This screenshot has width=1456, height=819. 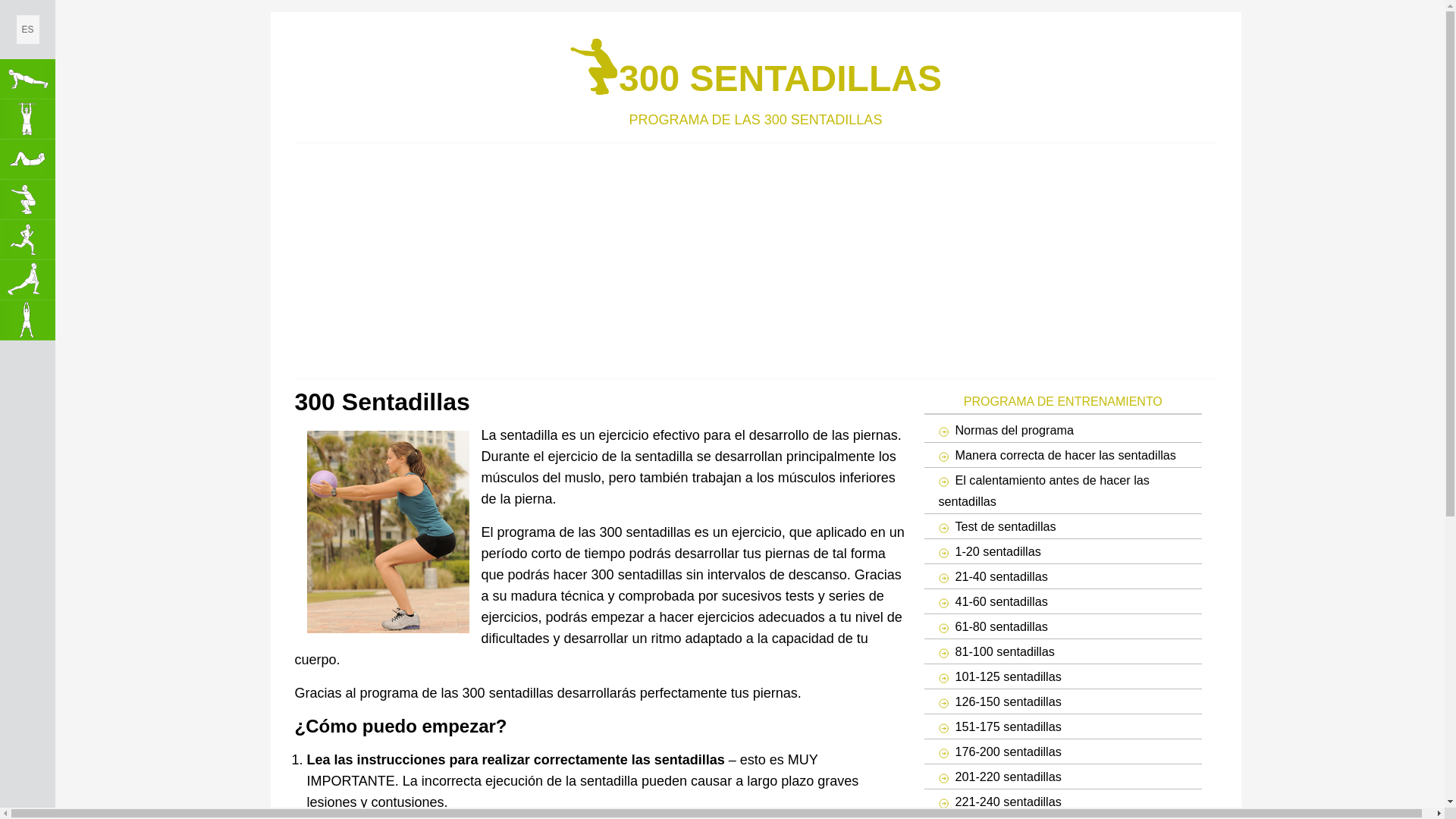 What do you see at coordinates (1062, 430) in the screenshot?
I see `'Normas del programa'` at bounding box center [1062, 430].